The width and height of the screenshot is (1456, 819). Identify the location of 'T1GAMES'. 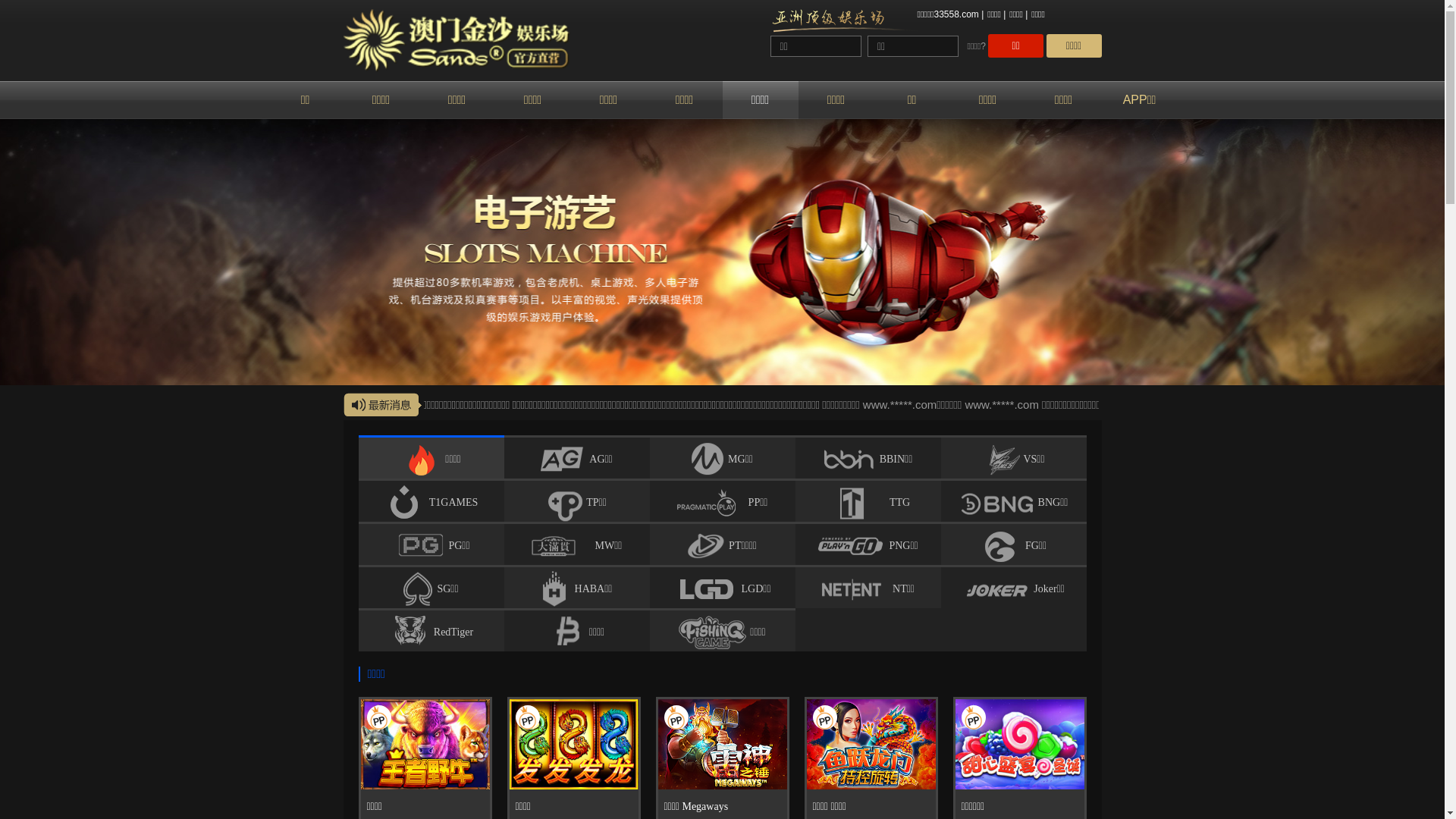
(429, 500).